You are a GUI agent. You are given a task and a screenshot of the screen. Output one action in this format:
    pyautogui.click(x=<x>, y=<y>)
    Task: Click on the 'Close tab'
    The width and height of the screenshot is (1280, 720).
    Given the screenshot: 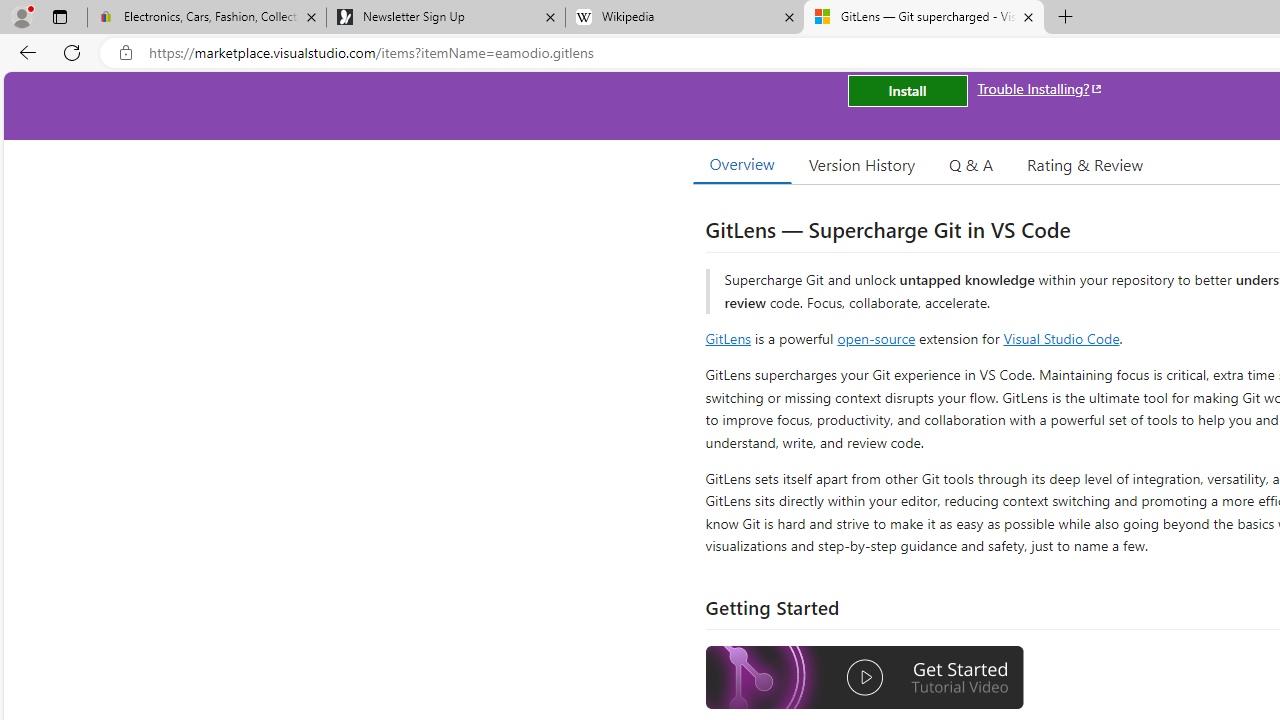 What is the action you would take?
    pyautogui.click(x=1028, y=17)
    